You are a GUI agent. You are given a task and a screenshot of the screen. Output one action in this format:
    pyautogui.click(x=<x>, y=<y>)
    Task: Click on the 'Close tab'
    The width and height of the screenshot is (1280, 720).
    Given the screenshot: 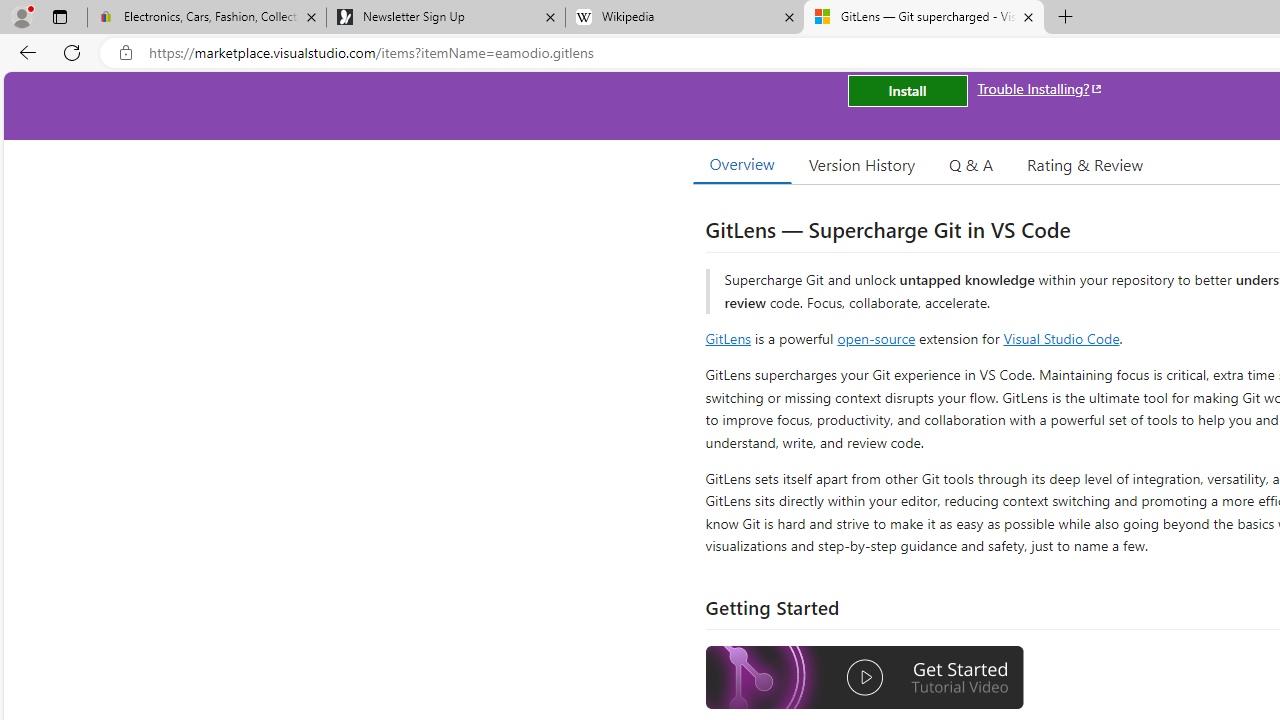 What is the action you would take?
    pyautogui.click(x=1028, y=17)
    